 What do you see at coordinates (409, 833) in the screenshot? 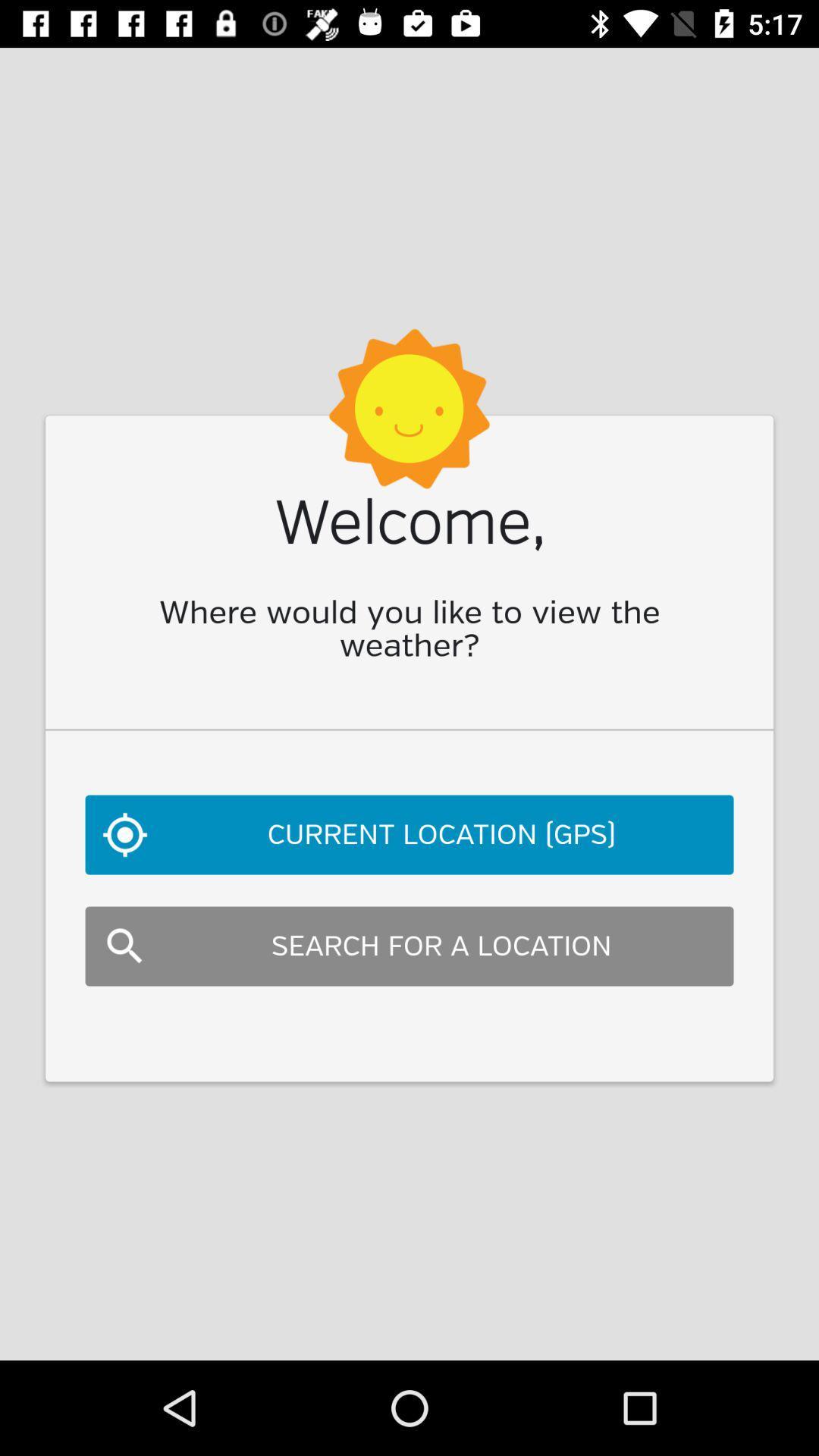
I see `current location (gps) icon` at bounding box center [409, 833].